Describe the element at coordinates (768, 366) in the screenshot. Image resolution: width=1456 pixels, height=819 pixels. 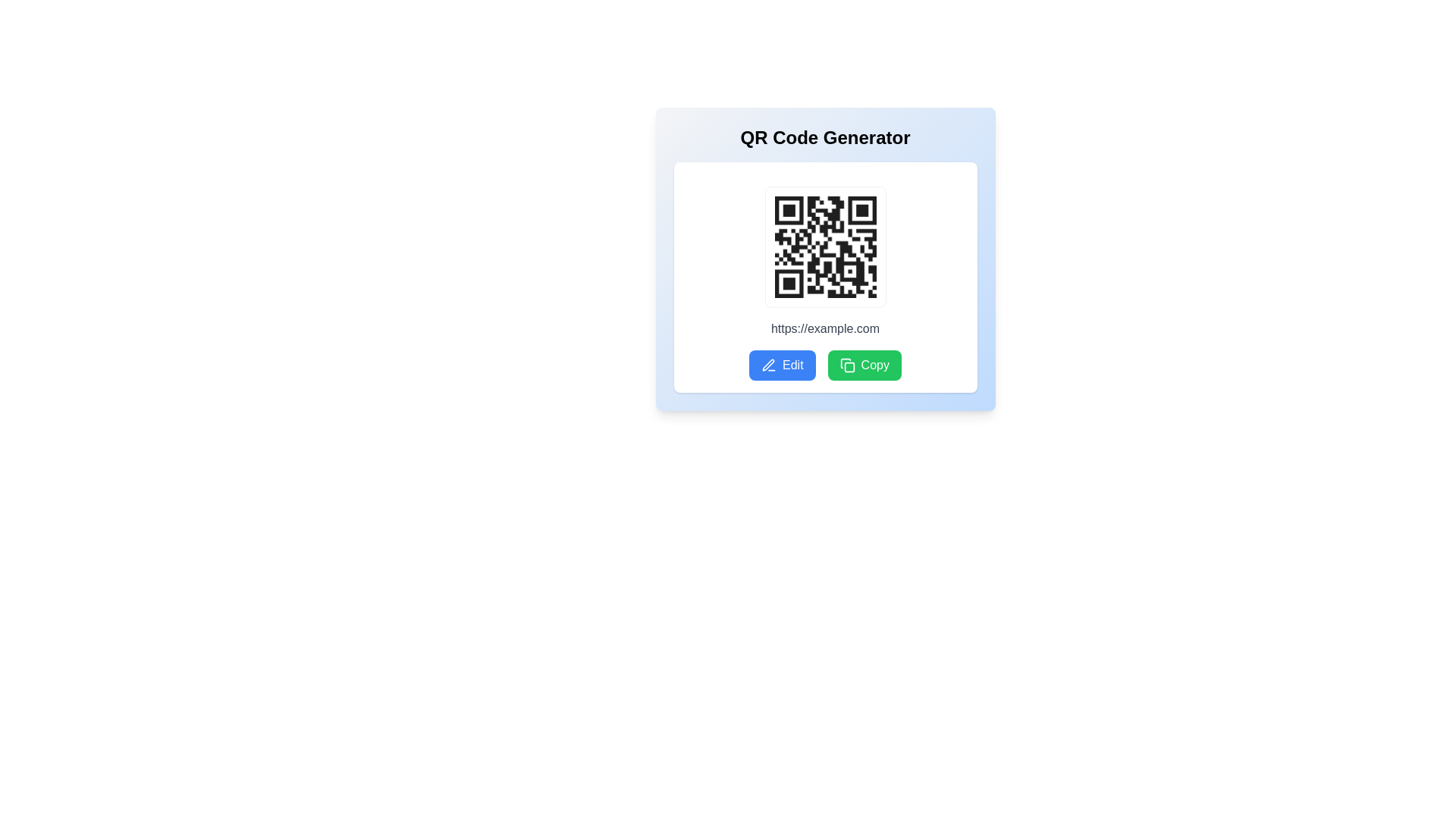
I see `the 'Edit' icon located to the left of the 'Edit' button text label, which visually represents the 'Edit' action` at that location.